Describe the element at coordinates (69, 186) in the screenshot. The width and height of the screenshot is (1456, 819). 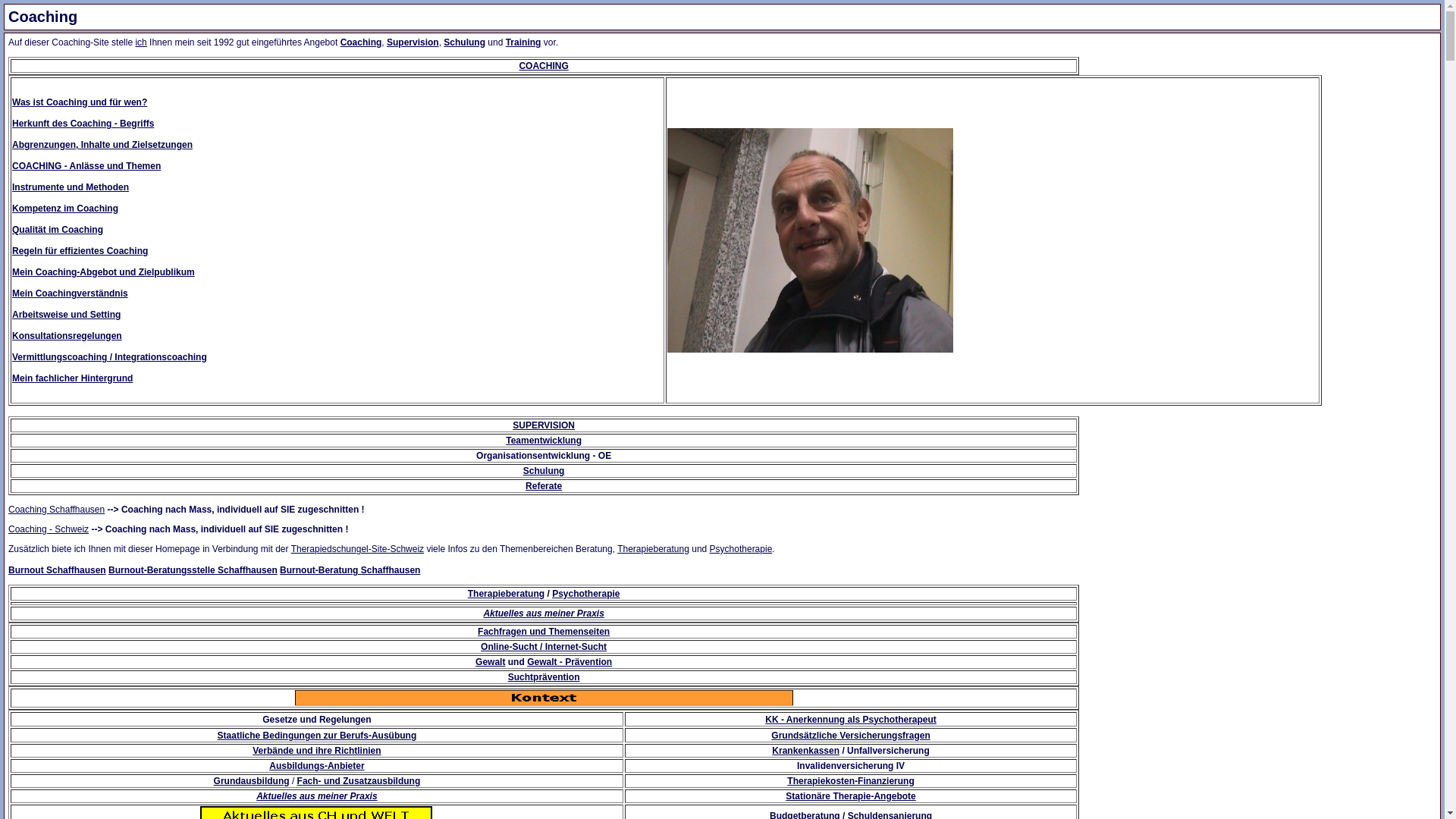
I see `'Instrumente und Methoden'` at that location.